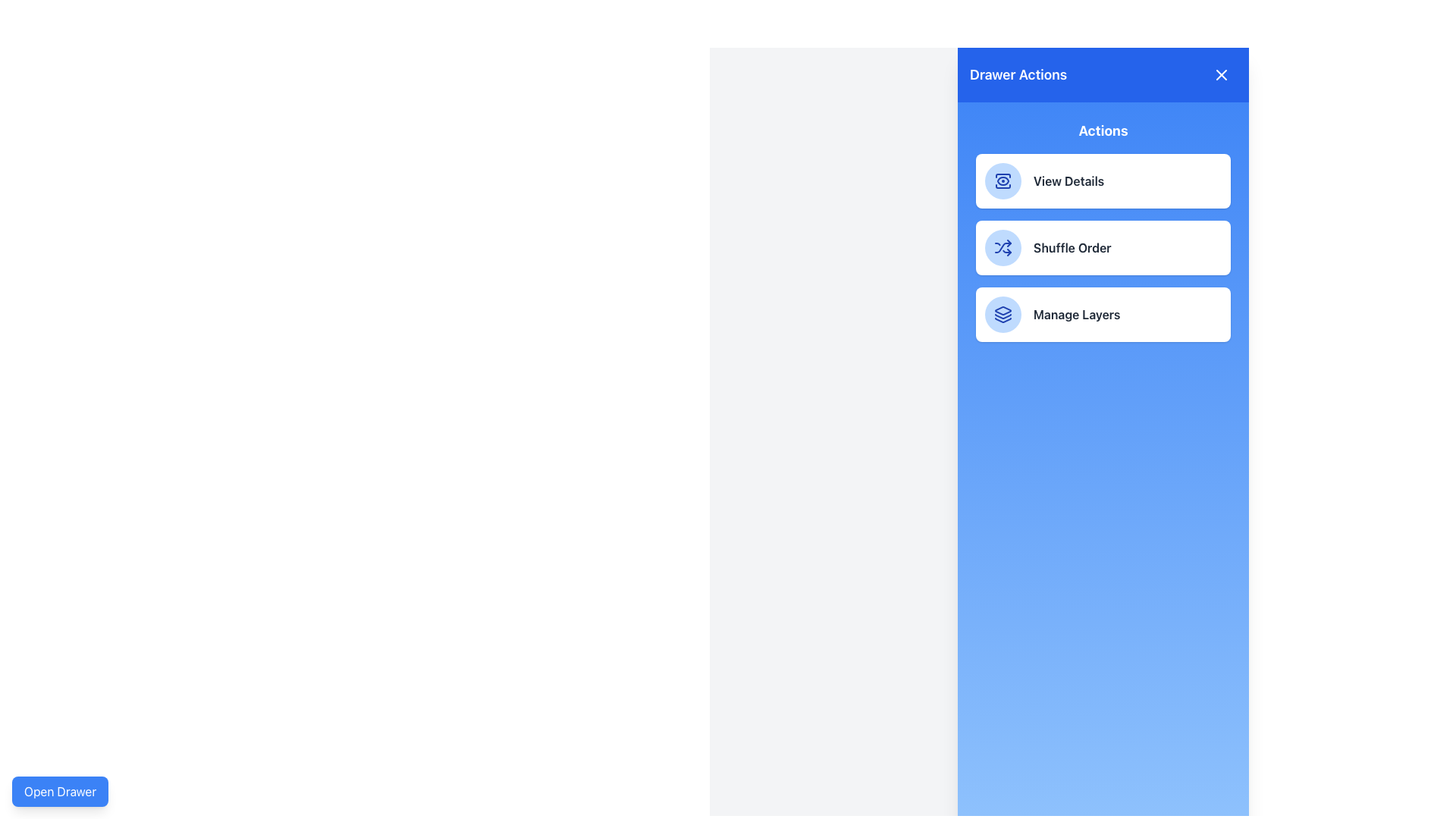  Describe the element at coordinates (1103, 247) in the screenshot. I see `the 'Shuffle Order' button located in the blue panel labeled 'Drawer Actions', which is the second button in a vertical list of options` at that location.